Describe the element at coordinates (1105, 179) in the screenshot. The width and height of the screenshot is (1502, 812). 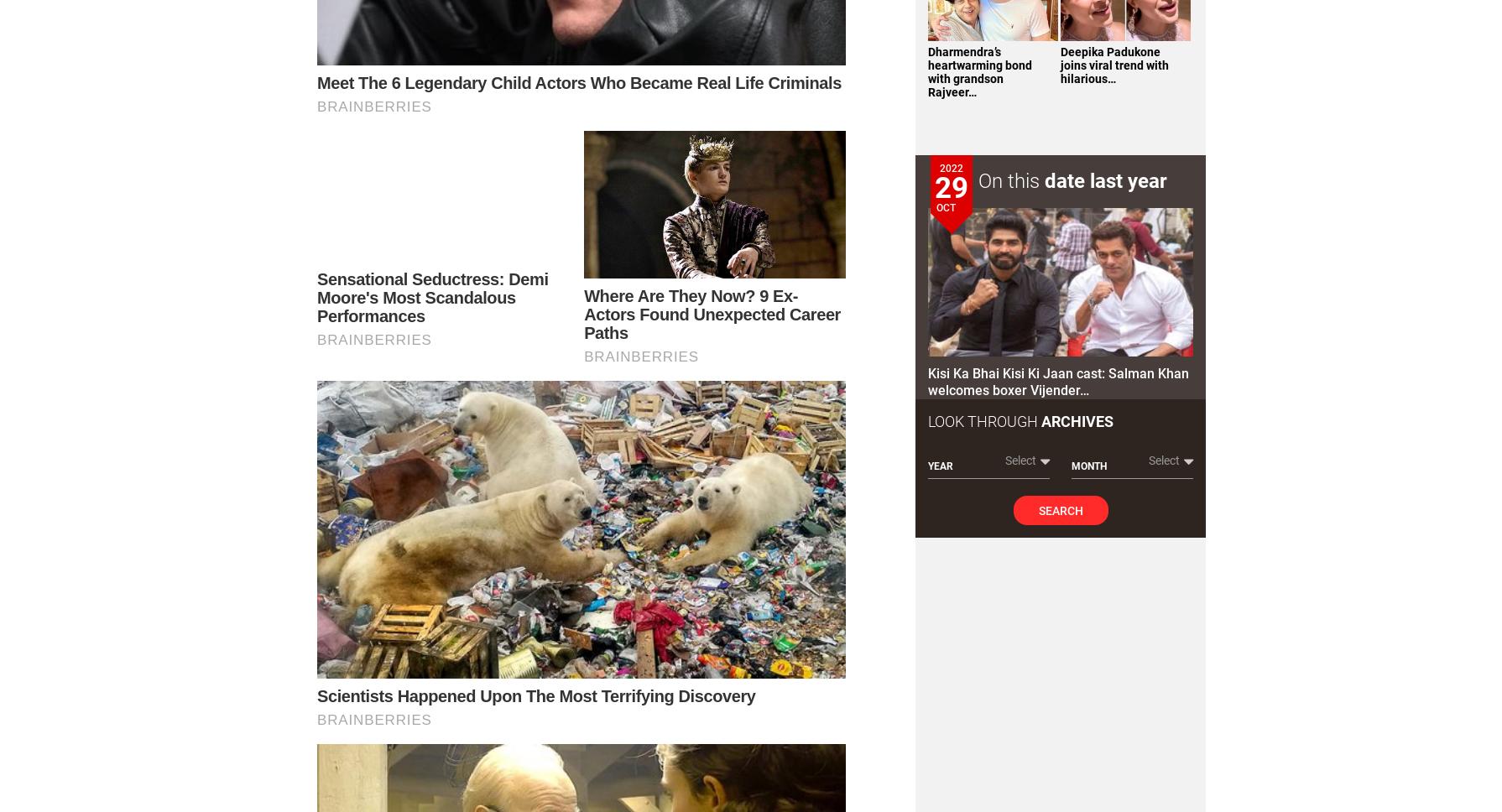
I see `'date last year'` at that location.